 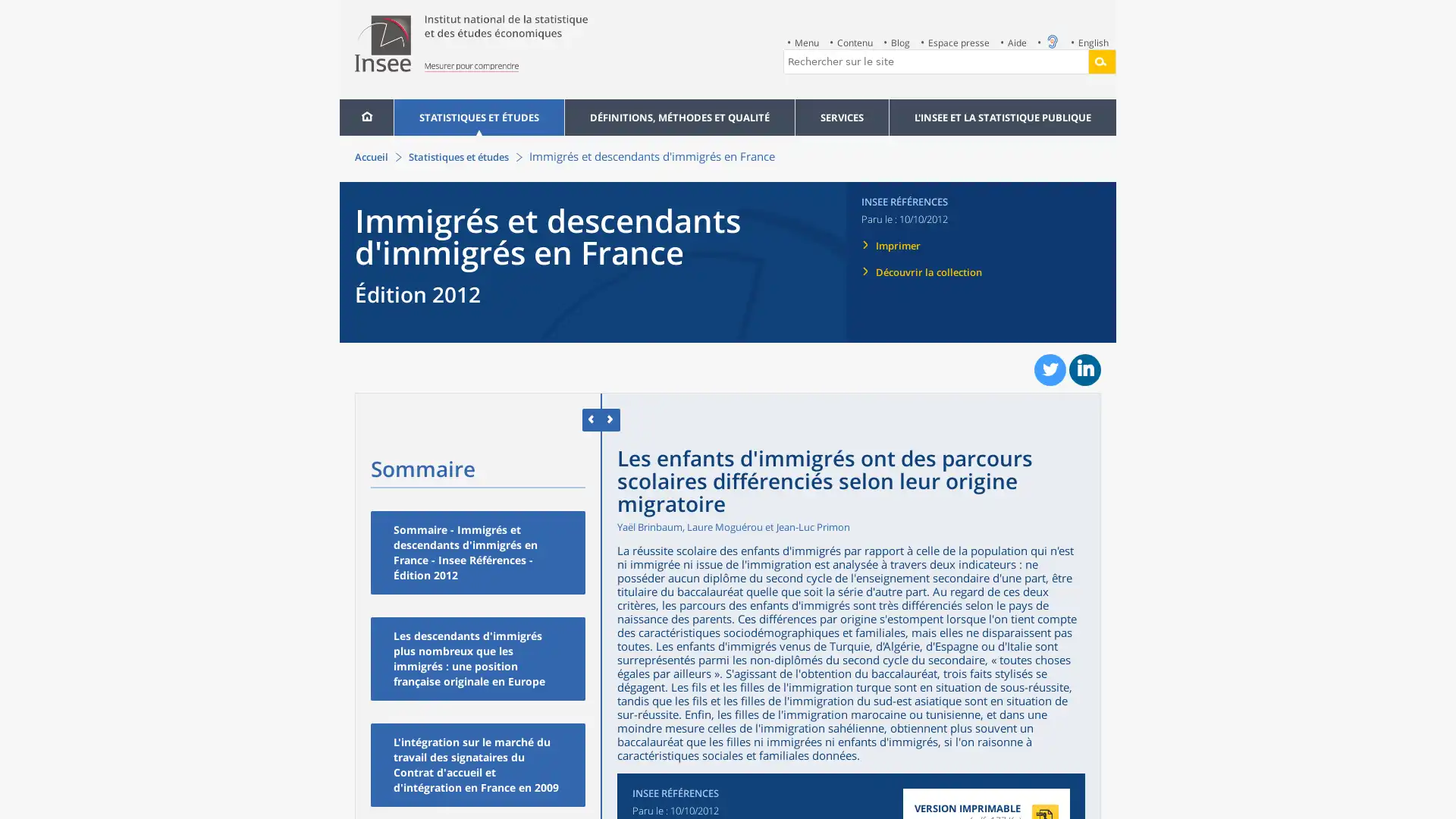 What do you see at coordinates (389, 419) in the screenshot?
I see `SOMMAIRE` at bounding box center [389, 419].